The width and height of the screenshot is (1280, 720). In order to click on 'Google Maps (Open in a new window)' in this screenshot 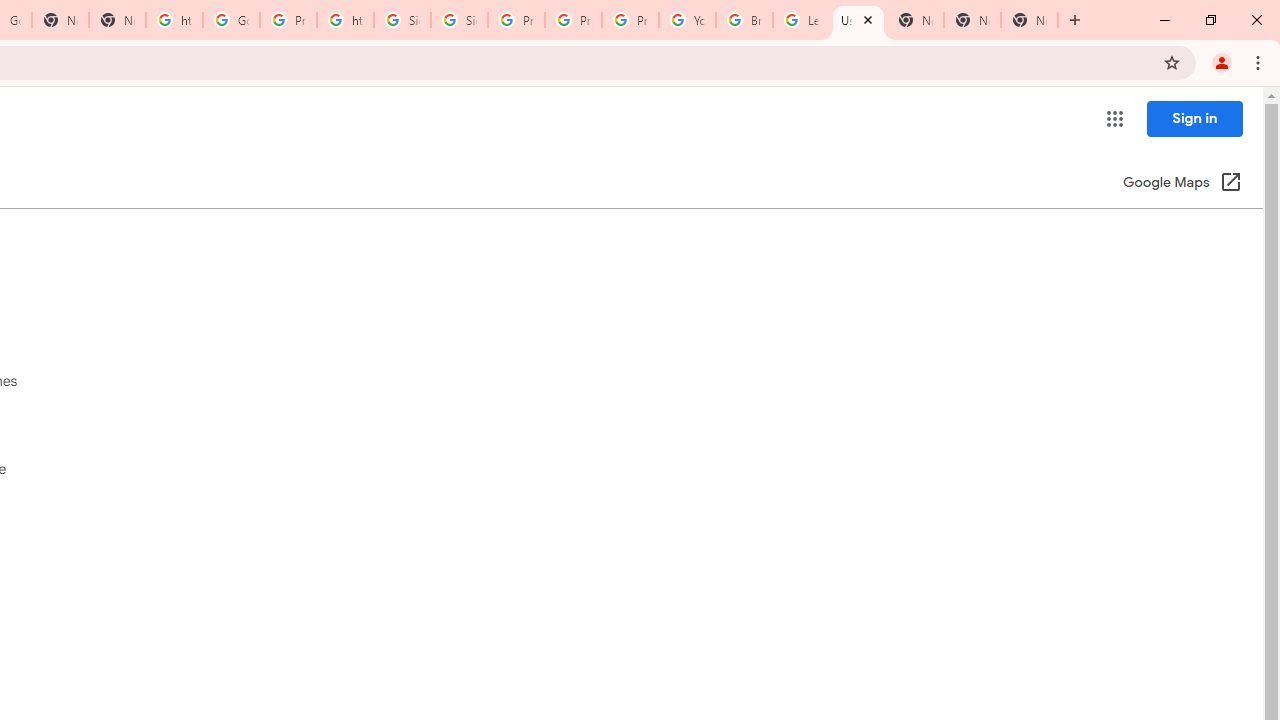, I will do `click(1182, 183)`.